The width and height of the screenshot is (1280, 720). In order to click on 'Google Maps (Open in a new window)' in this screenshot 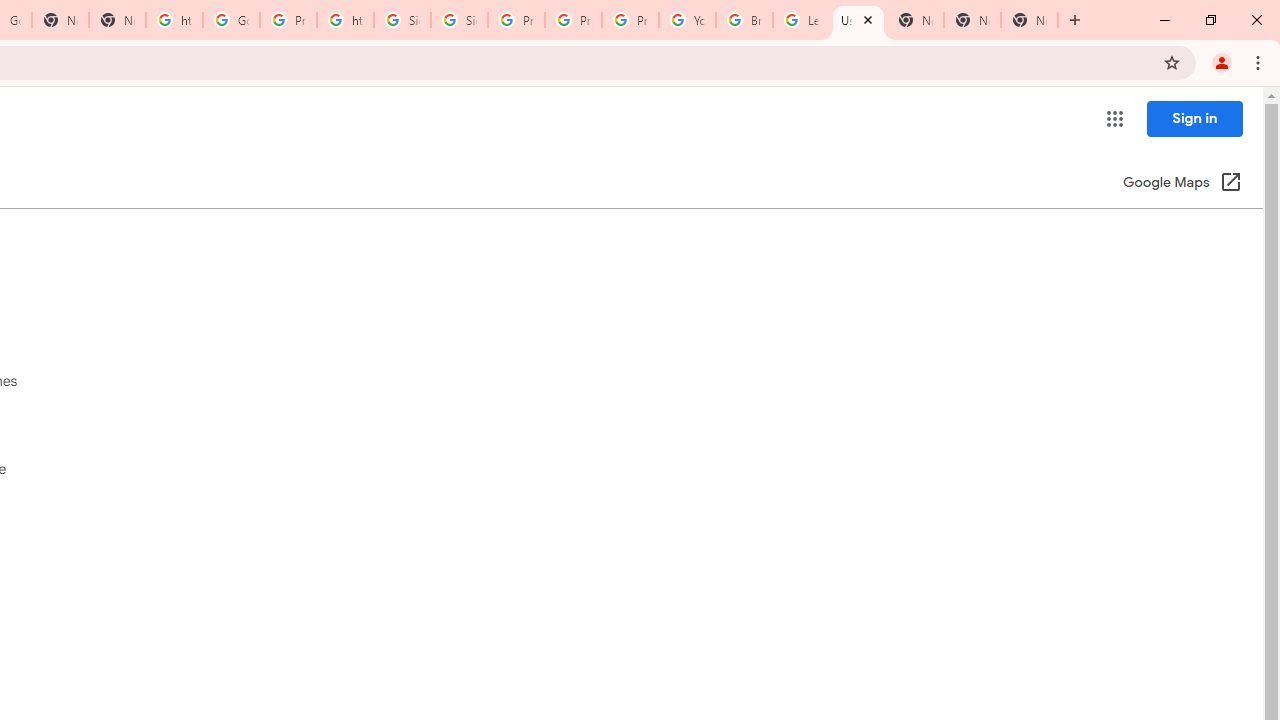, I will do `click(1182, 183)`.